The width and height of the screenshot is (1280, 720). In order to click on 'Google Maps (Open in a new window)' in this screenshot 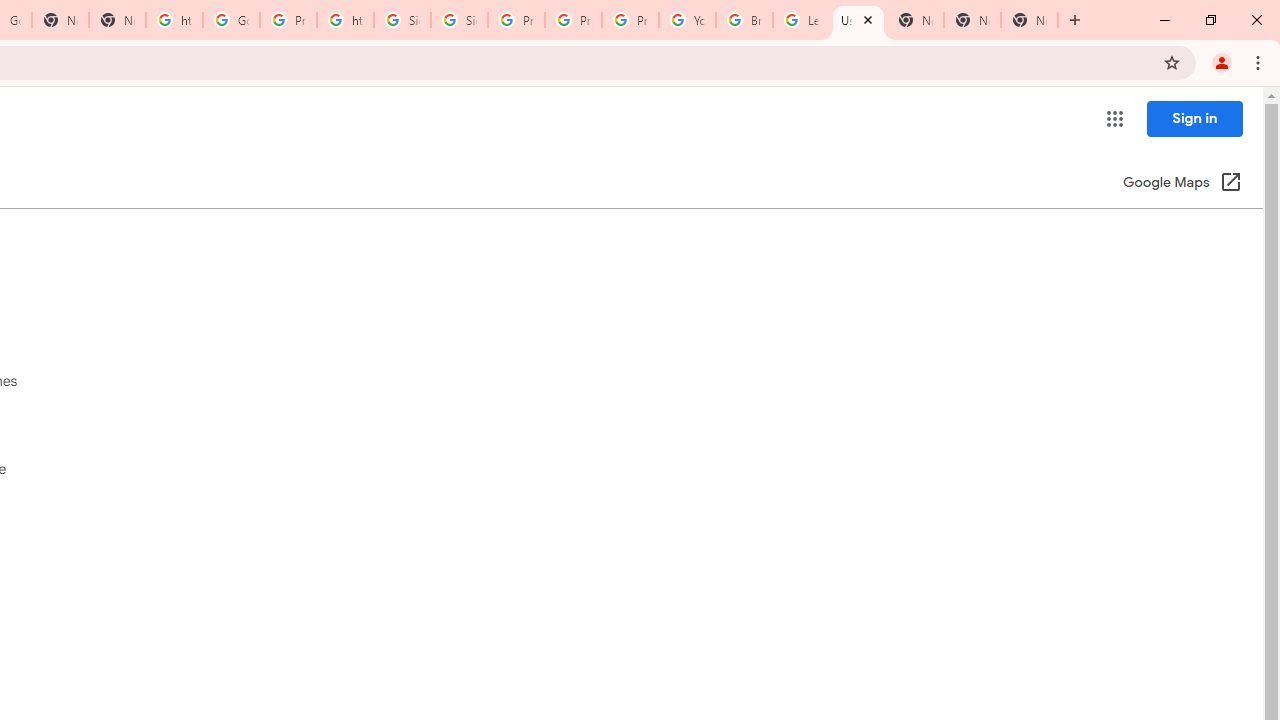, I will do `click(1182, 183)`.